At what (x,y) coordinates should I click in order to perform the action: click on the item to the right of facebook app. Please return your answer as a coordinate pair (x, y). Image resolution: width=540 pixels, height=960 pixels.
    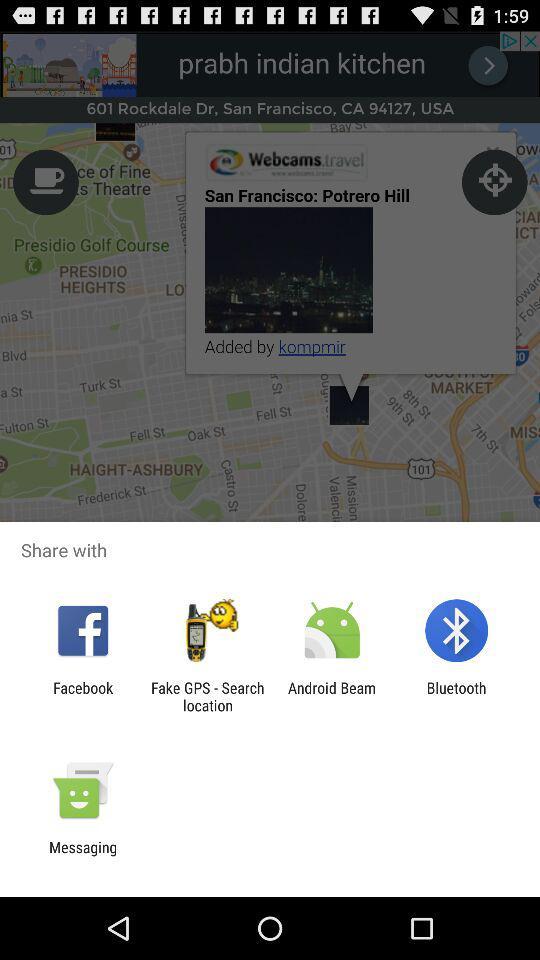
    Looking at the image, I should click on (206, 696).